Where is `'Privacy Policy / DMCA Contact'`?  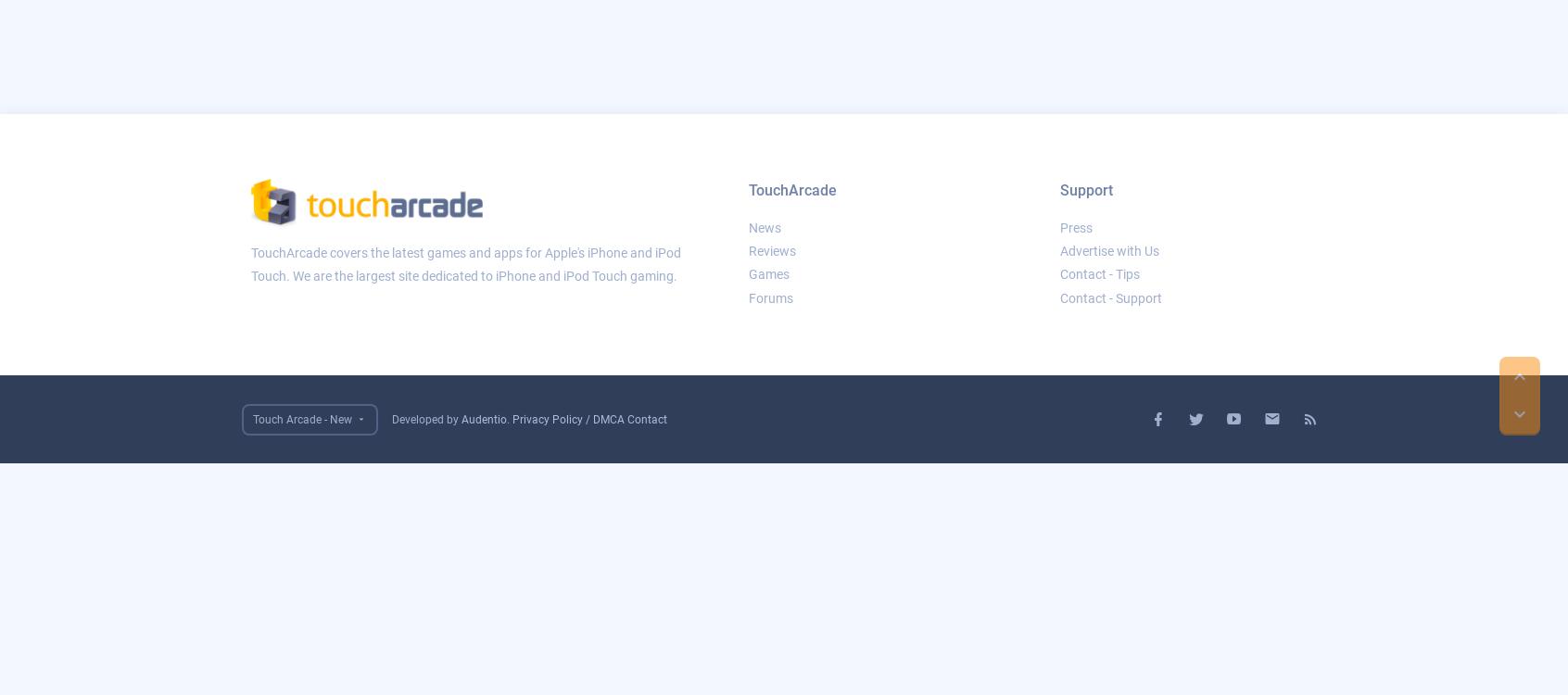 'Privacy Policy / DMCA Contact' is located at coordinates (589, 418).